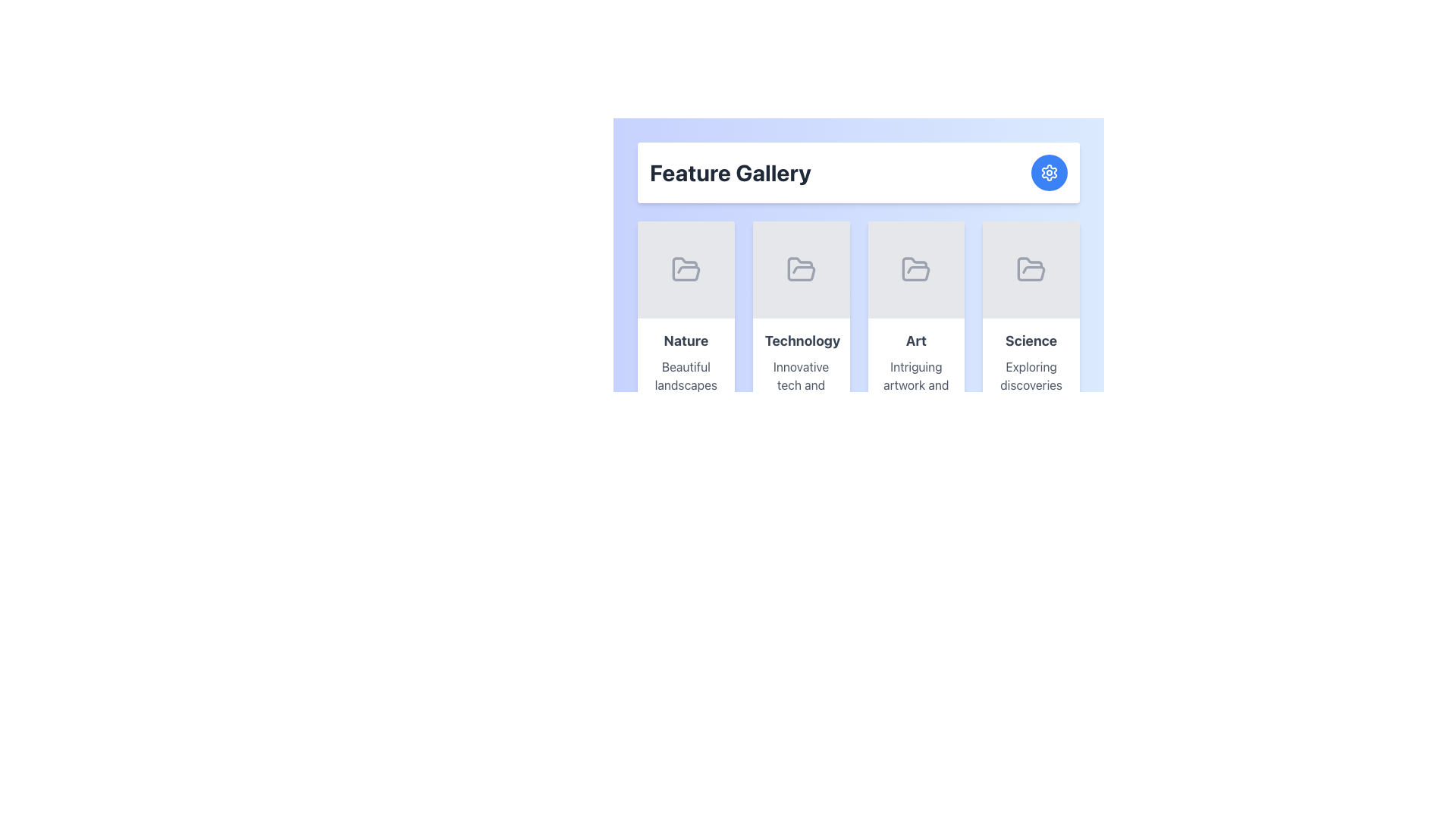 This screenshot has height=819, width=1456. I want to click on the text element displaying 'Intriguing artwork and paintings.' which is located below the 'Art' header in the third card of the horizontal series, so click(915, 384).